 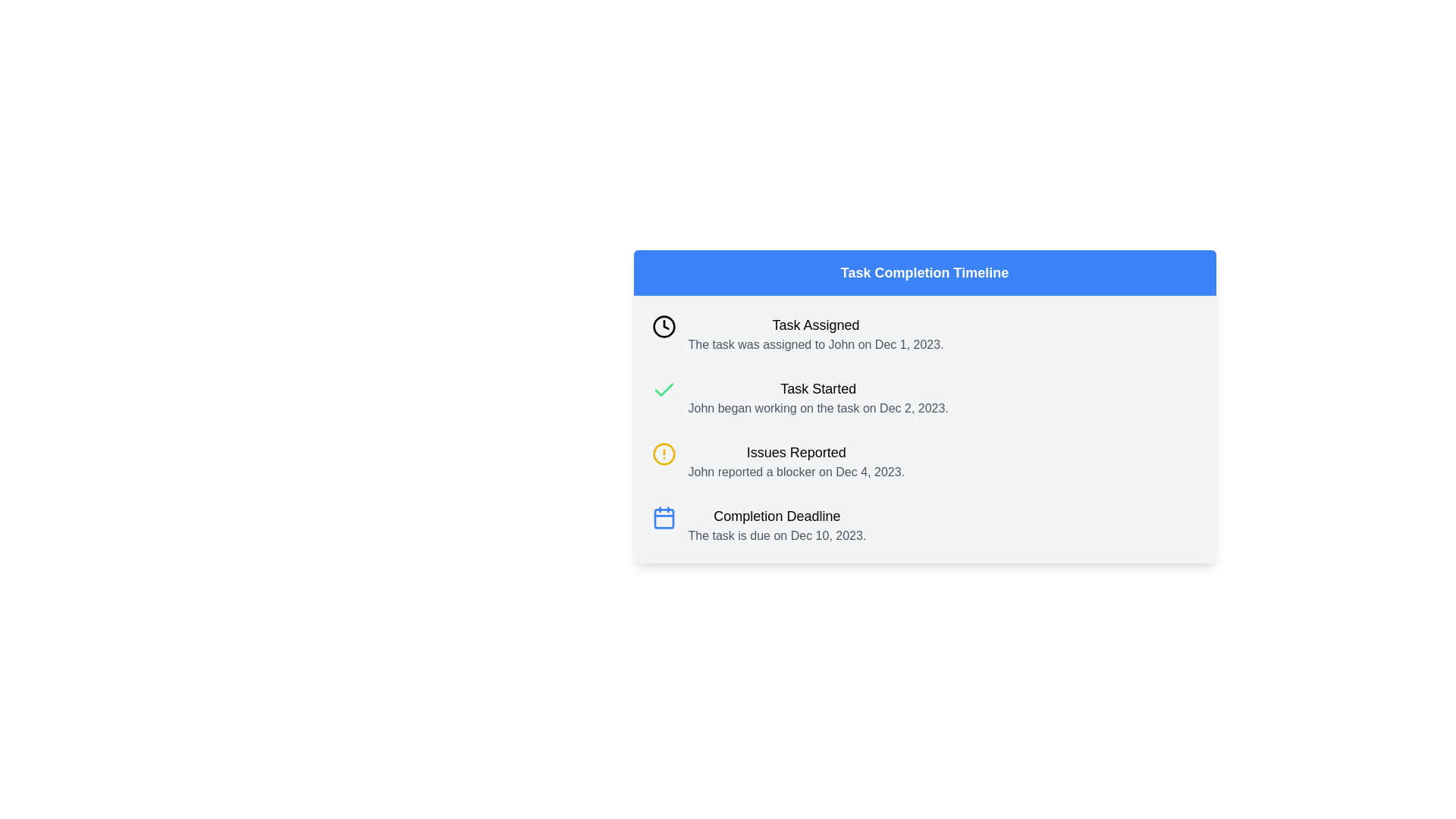 I want to click on the Header or Title element with a blue background and white bold text reading 'Task Completion Timeline' by moving the mouse to its center, so click(x=924, y=273).